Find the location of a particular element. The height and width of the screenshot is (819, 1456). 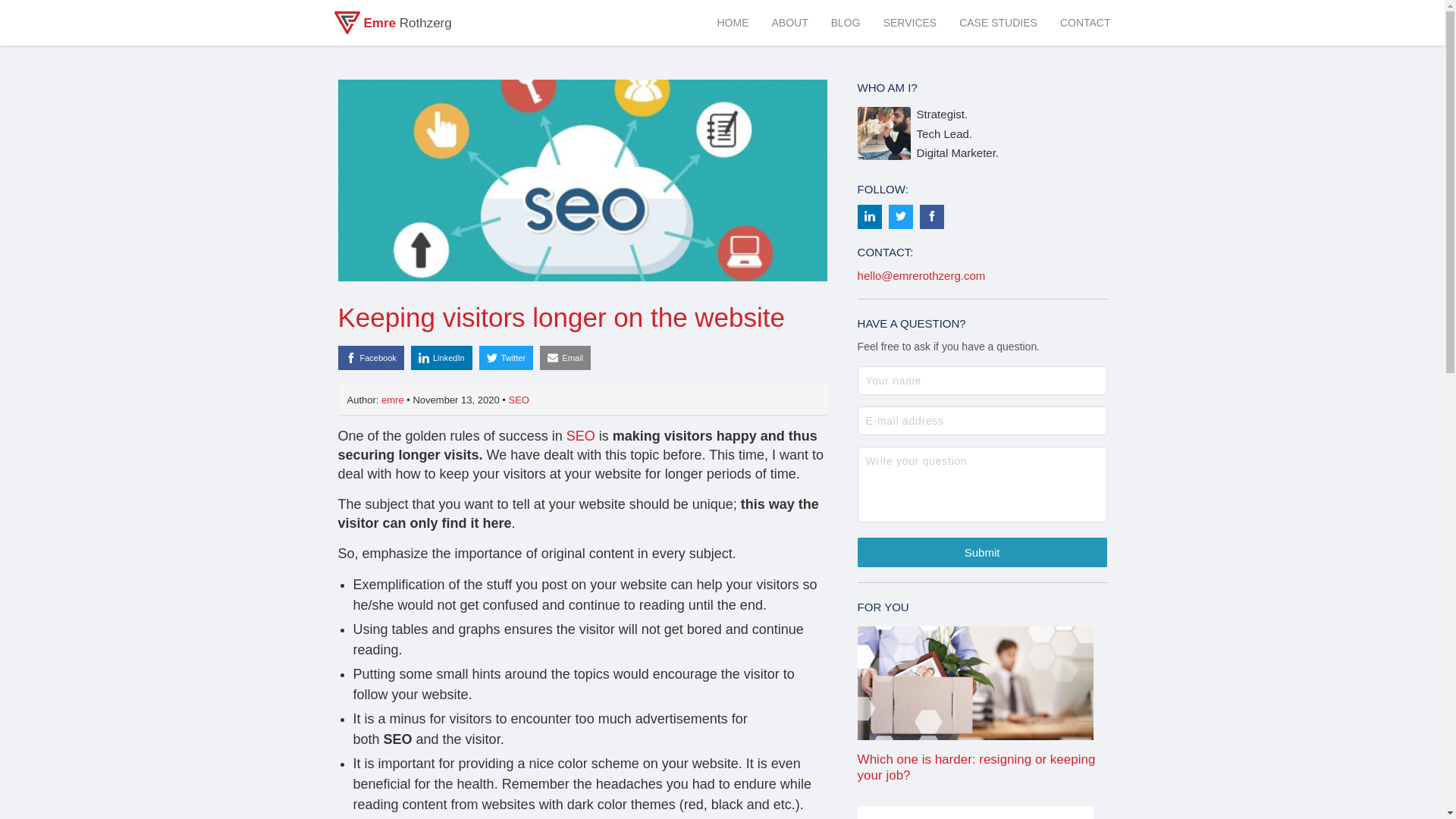

'Submit' is located at coordinates (982, 552).